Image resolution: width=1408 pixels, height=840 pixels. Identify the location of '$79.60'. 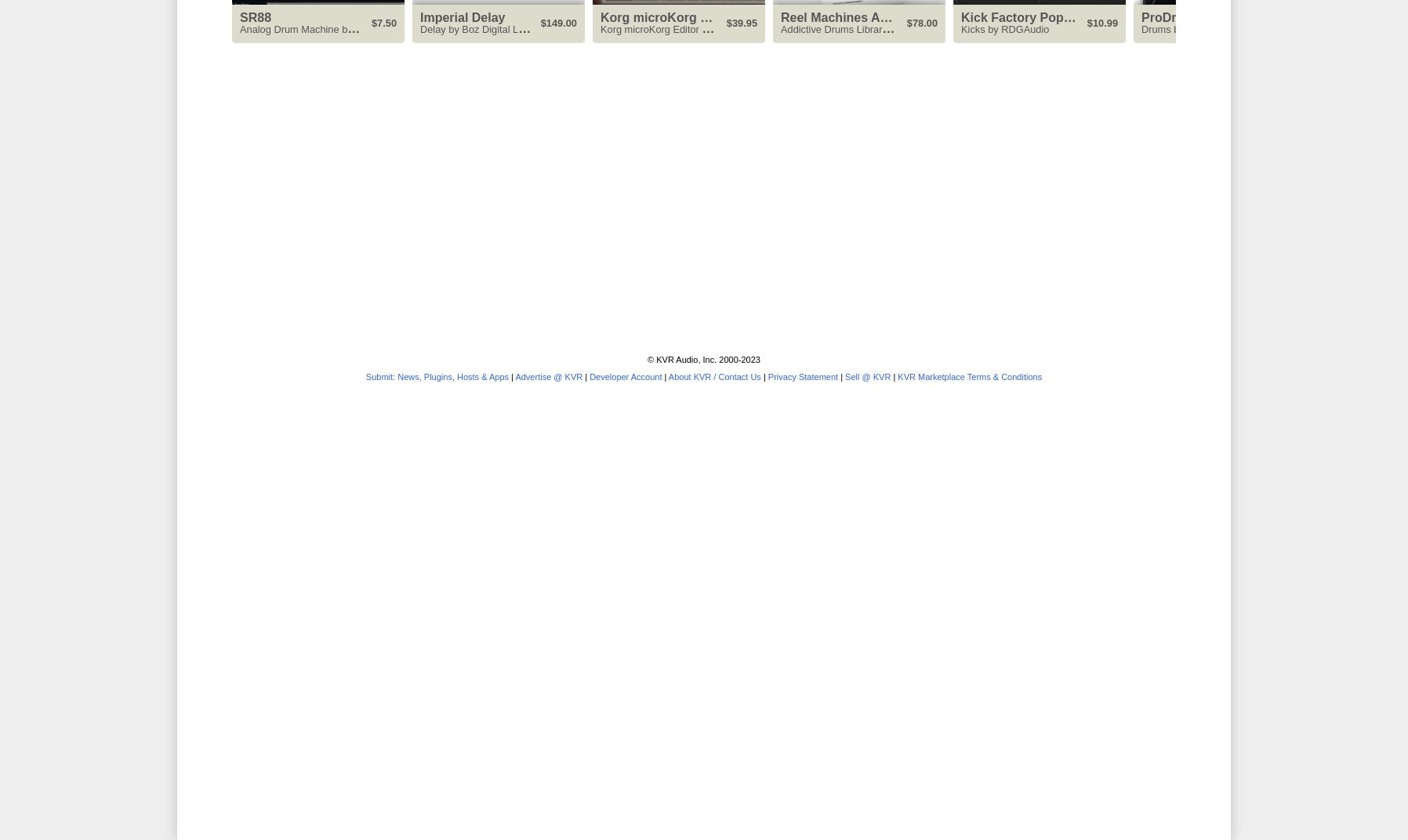
(1282, 22).